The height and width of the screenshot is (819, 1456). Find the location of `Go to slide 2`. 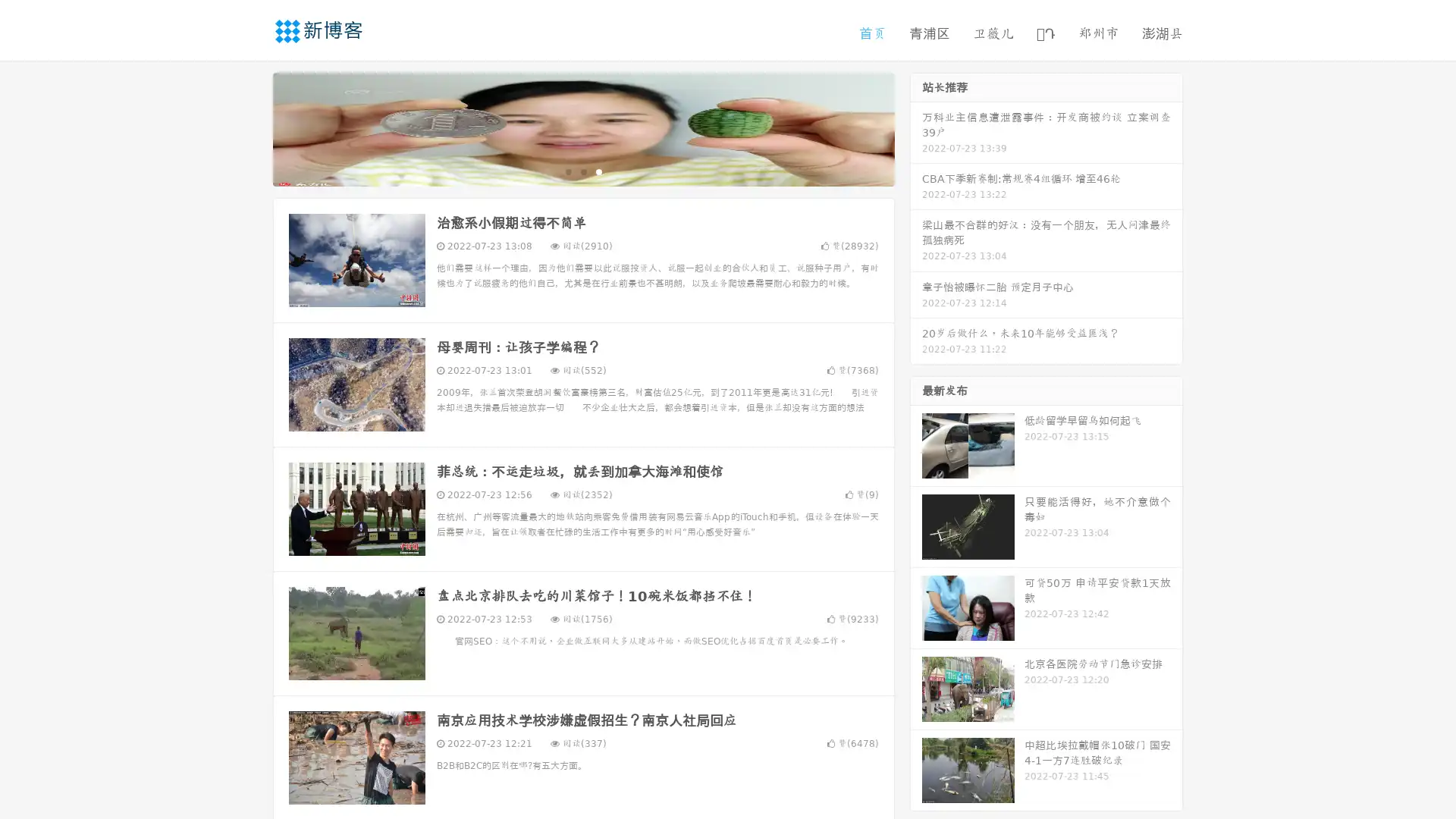

Go to slide 2 is located at coordinates (582, 171).